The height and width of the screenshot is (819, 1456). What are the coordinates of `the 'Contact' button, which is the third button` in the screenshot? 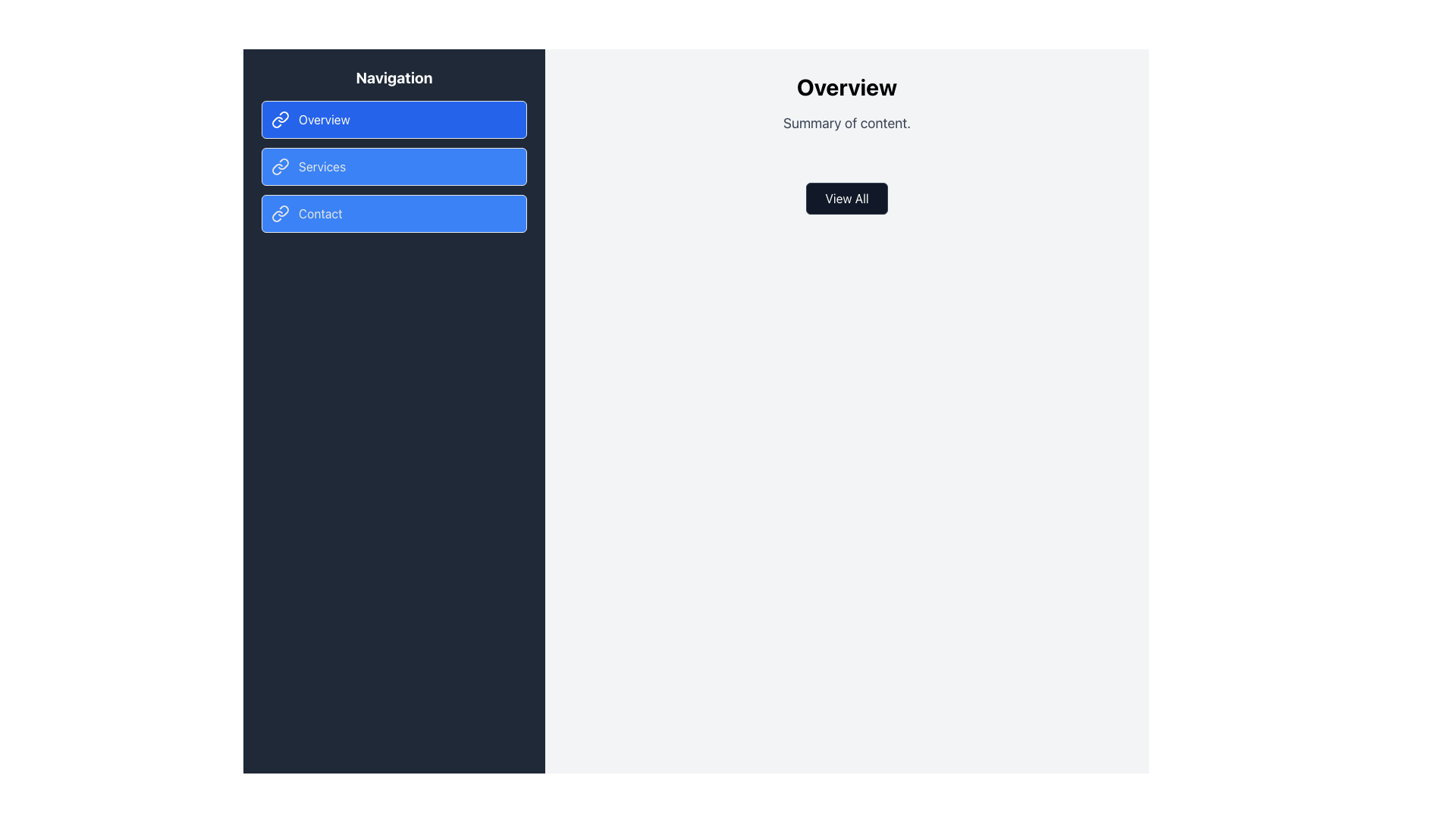 It's located at (394, 213).